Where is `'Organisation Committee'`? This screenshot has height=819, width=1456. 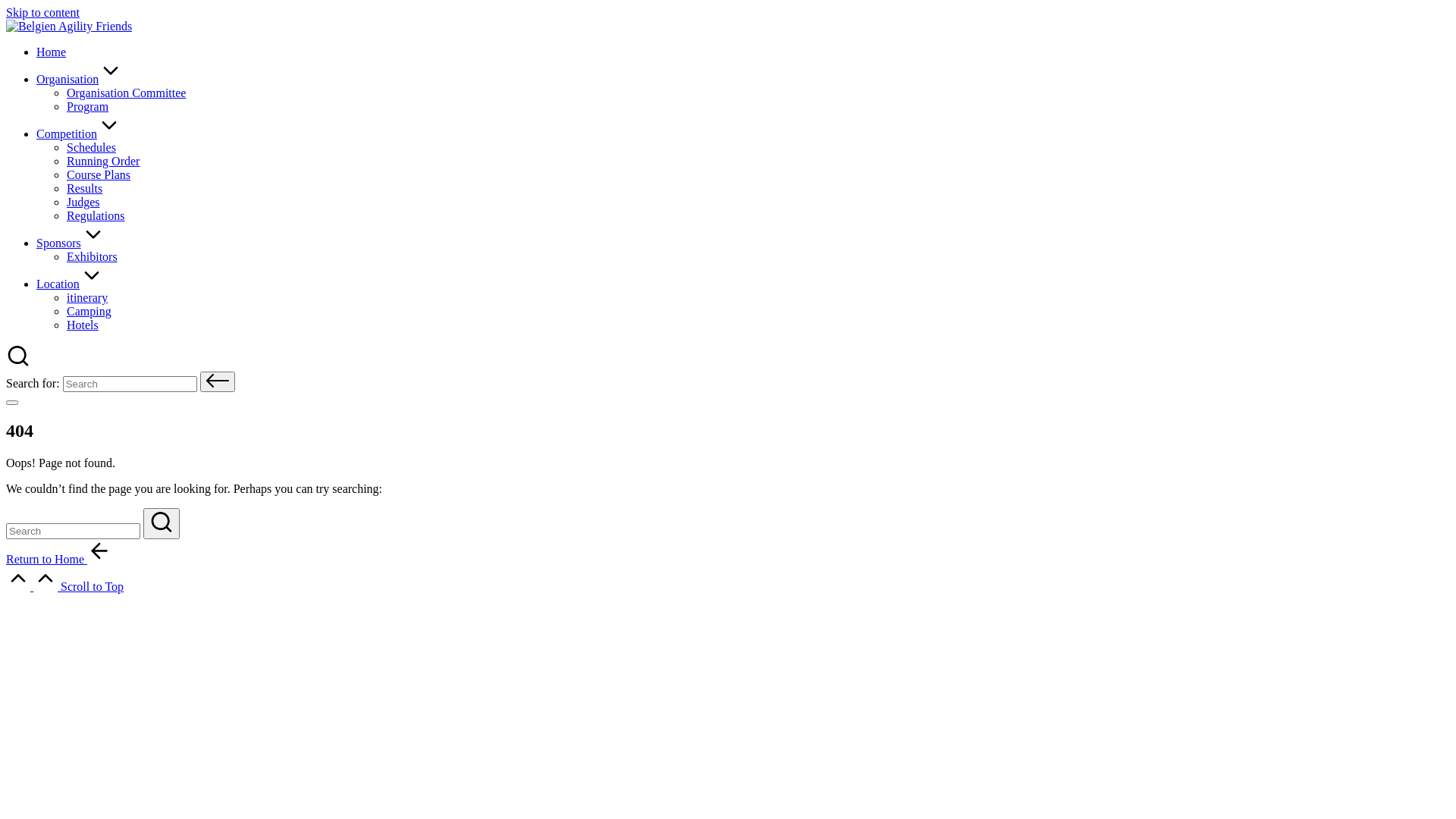
'Organisation Committee' is located at coordinates (126, 93).